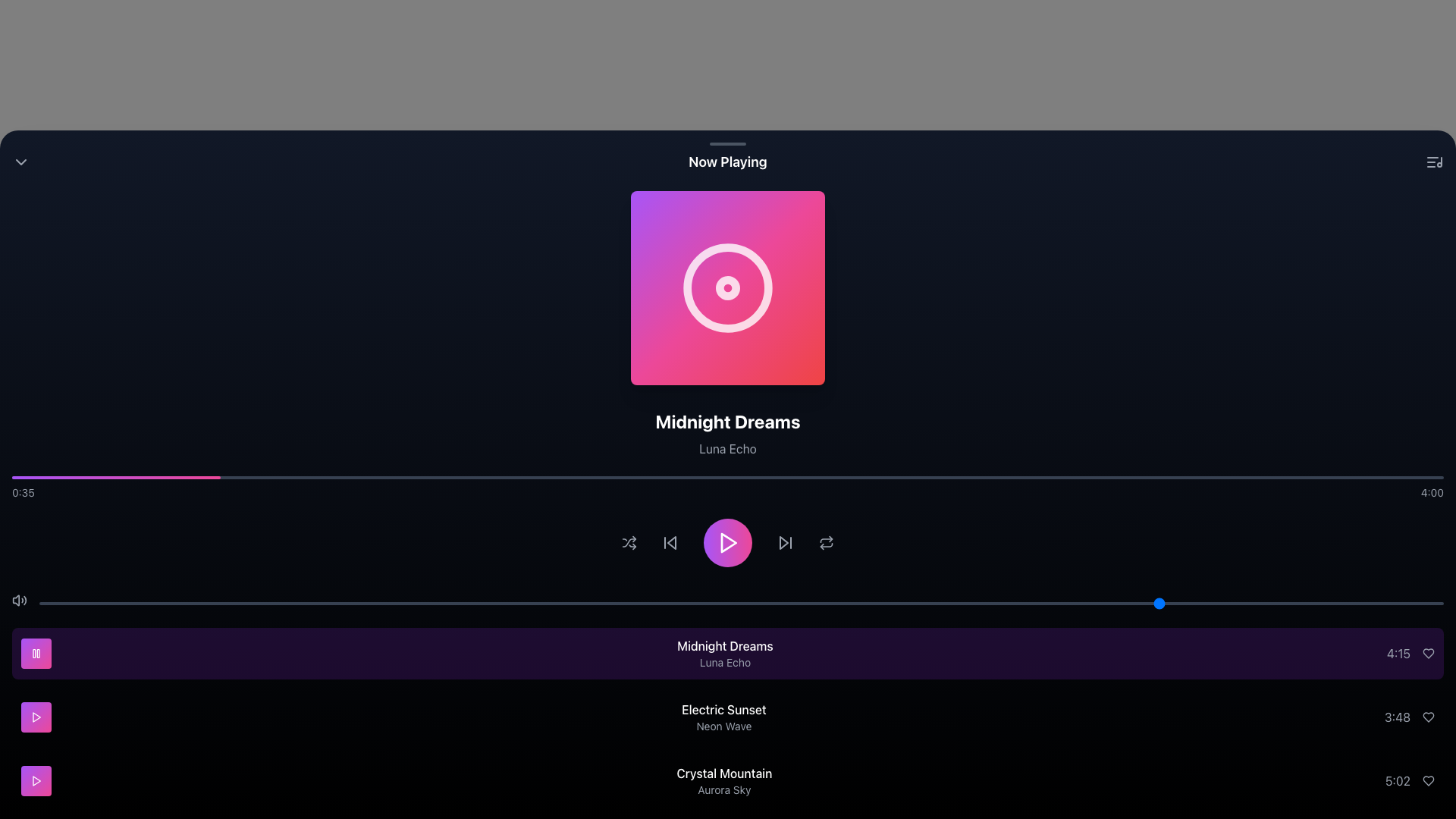  What do you see at coordinates (839, 602) in the screenshot?
I see `the slider value` at bounding box center [839, 602].